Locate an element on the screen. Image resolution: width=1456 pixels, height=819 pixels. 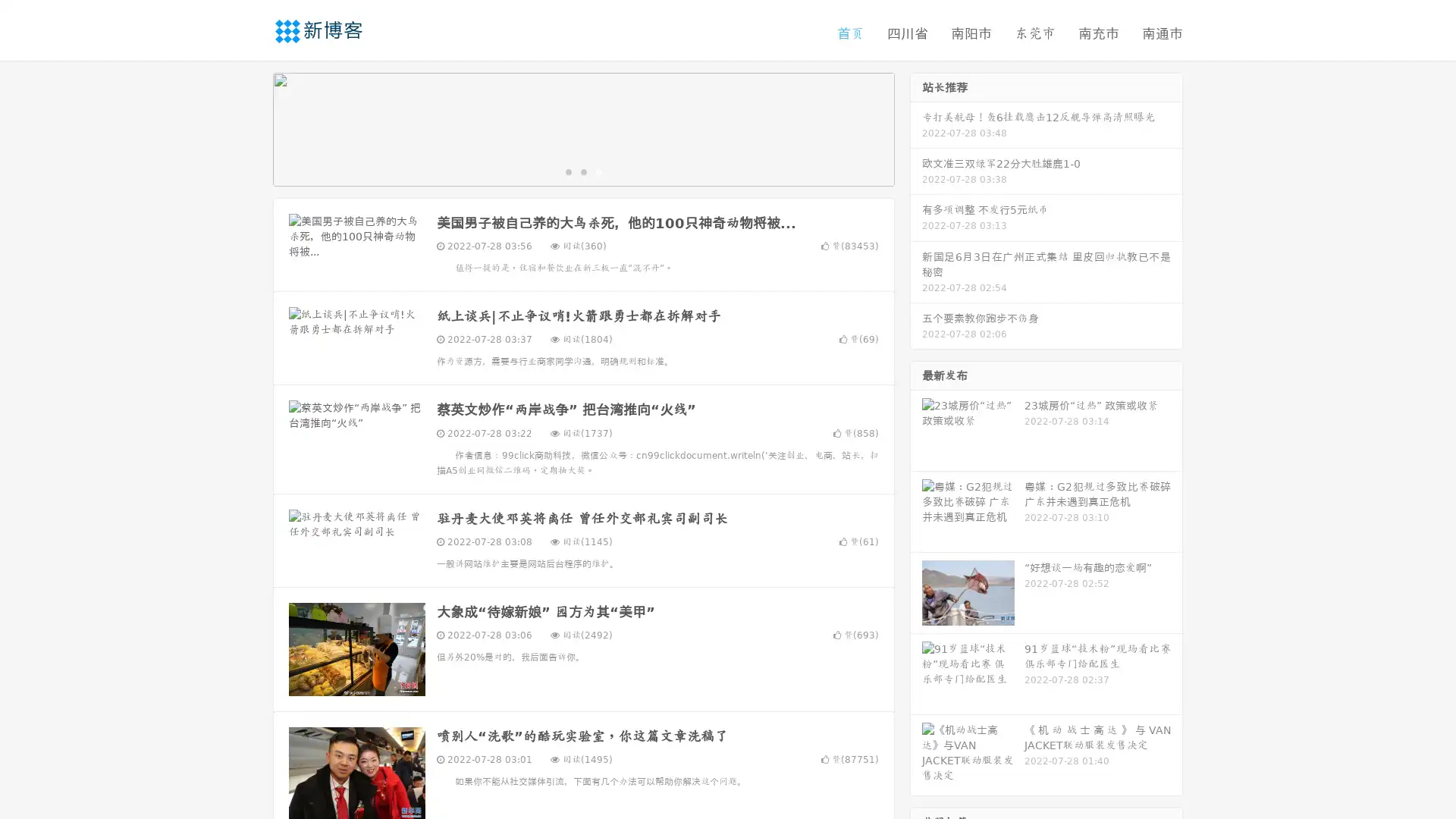
Go to slide 1 is located at coordinates (567, 171).